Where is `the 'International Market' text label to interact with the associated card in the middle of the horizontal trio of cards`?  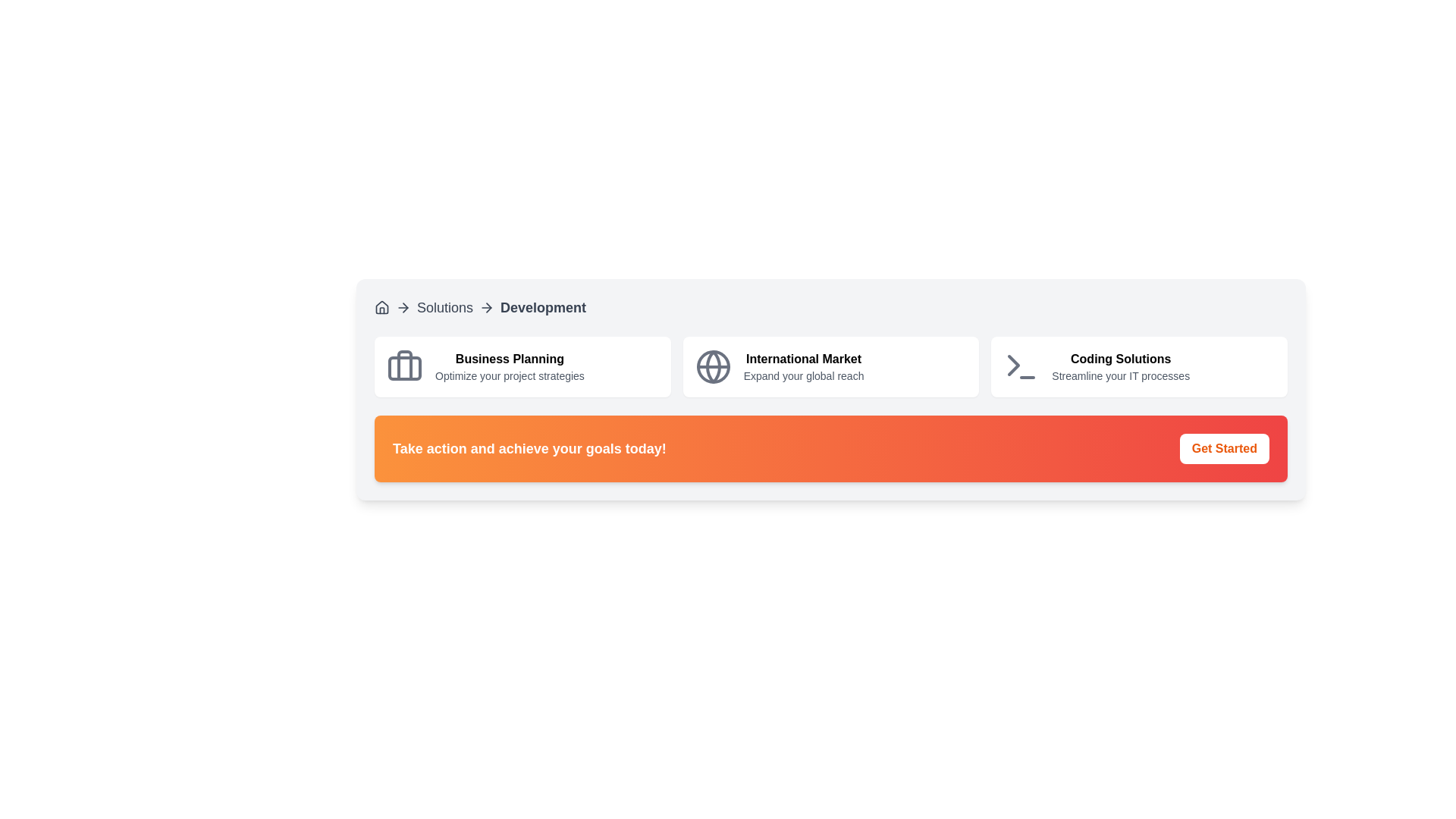 the 'International Market' text label to interact with the associated card in the middle of the horizontal trio of cards is located at coordinates (803, 359).